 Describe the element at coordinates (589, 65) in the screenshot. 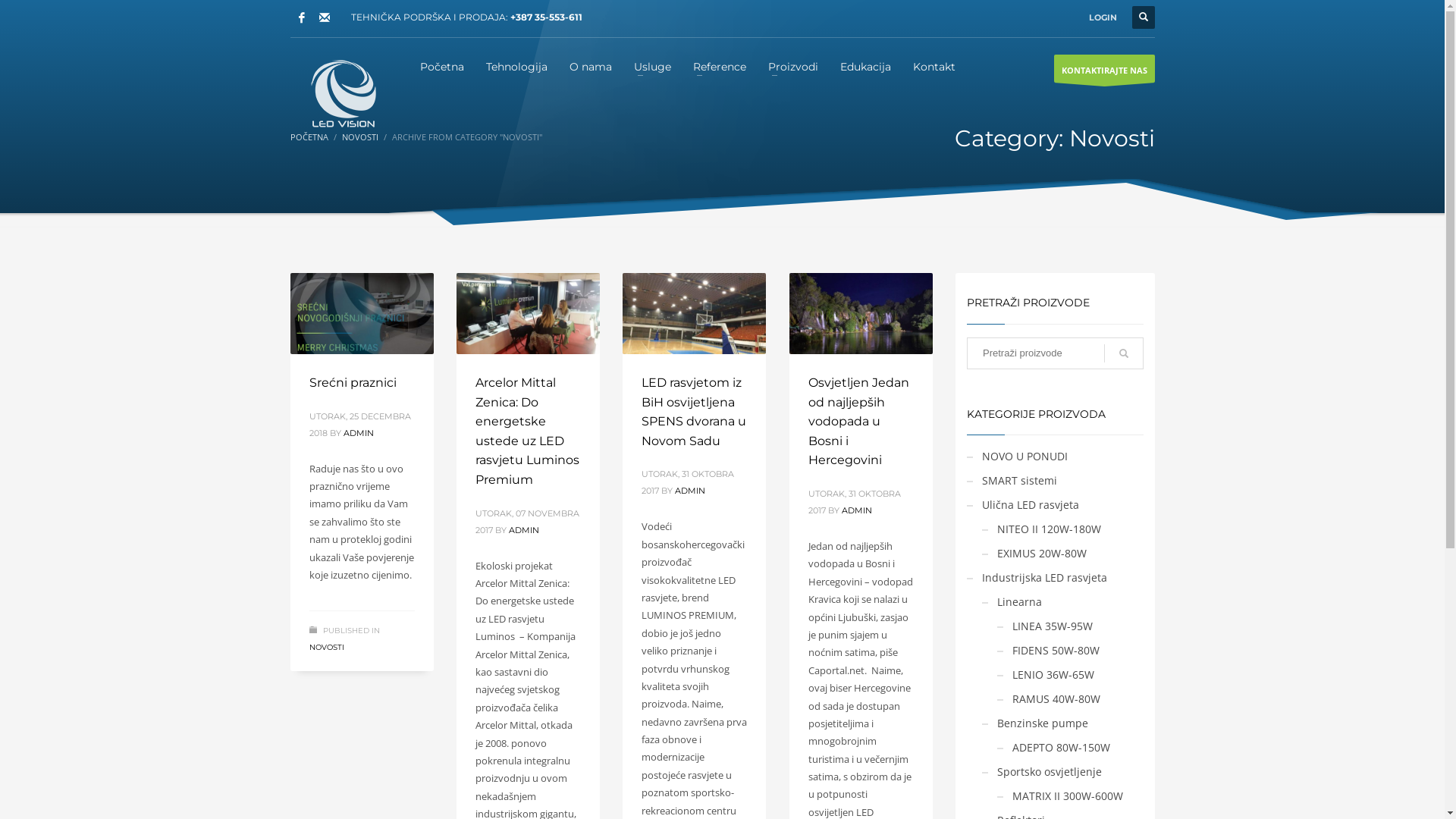

I see `'O nama'` at that location.